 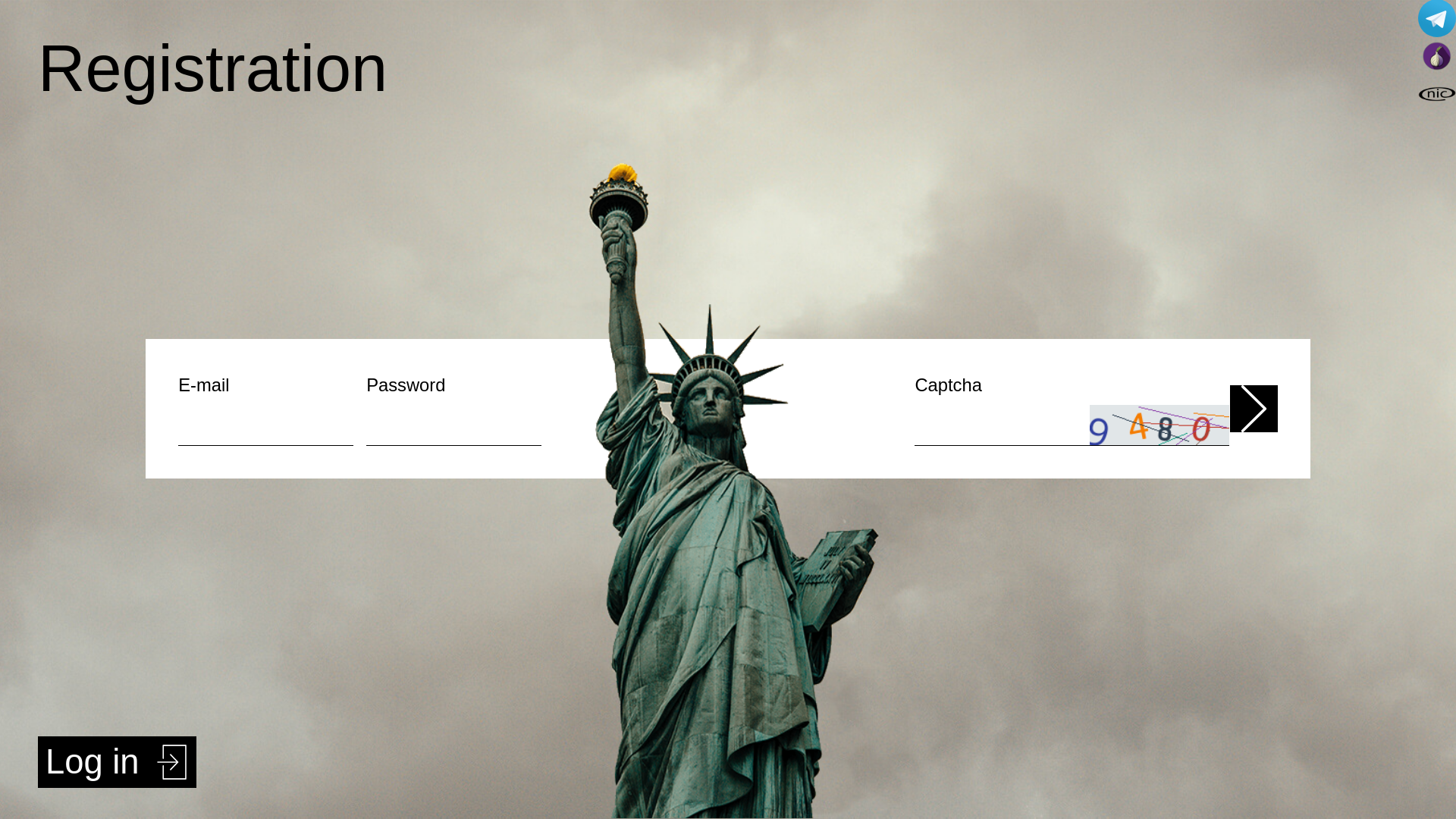 I want to click on 'Log in', so click(x=116, y=762).